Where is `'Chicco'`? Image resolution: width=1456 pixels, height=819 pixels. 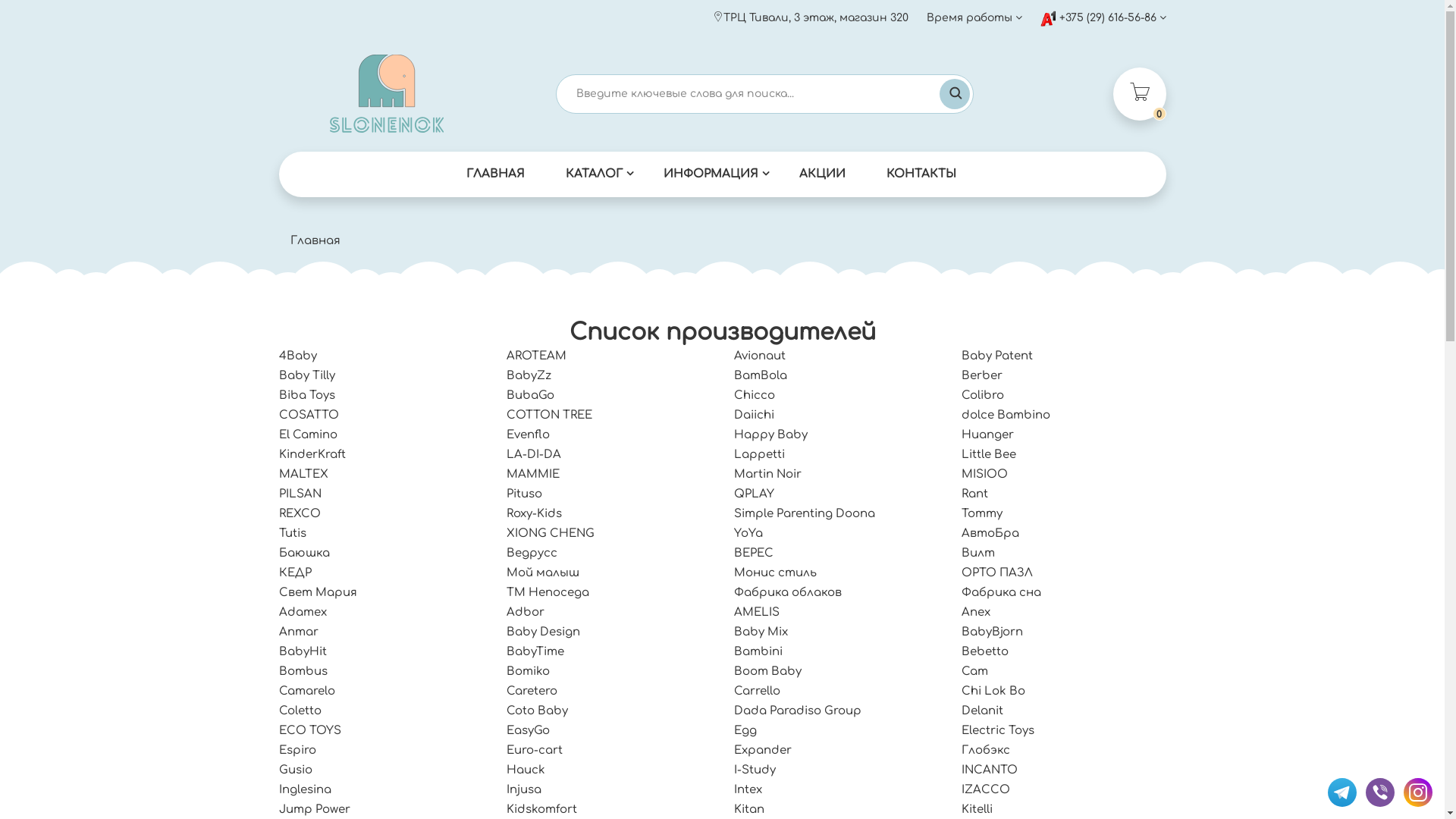
'Chicco' is located at coordinates (754, 394).